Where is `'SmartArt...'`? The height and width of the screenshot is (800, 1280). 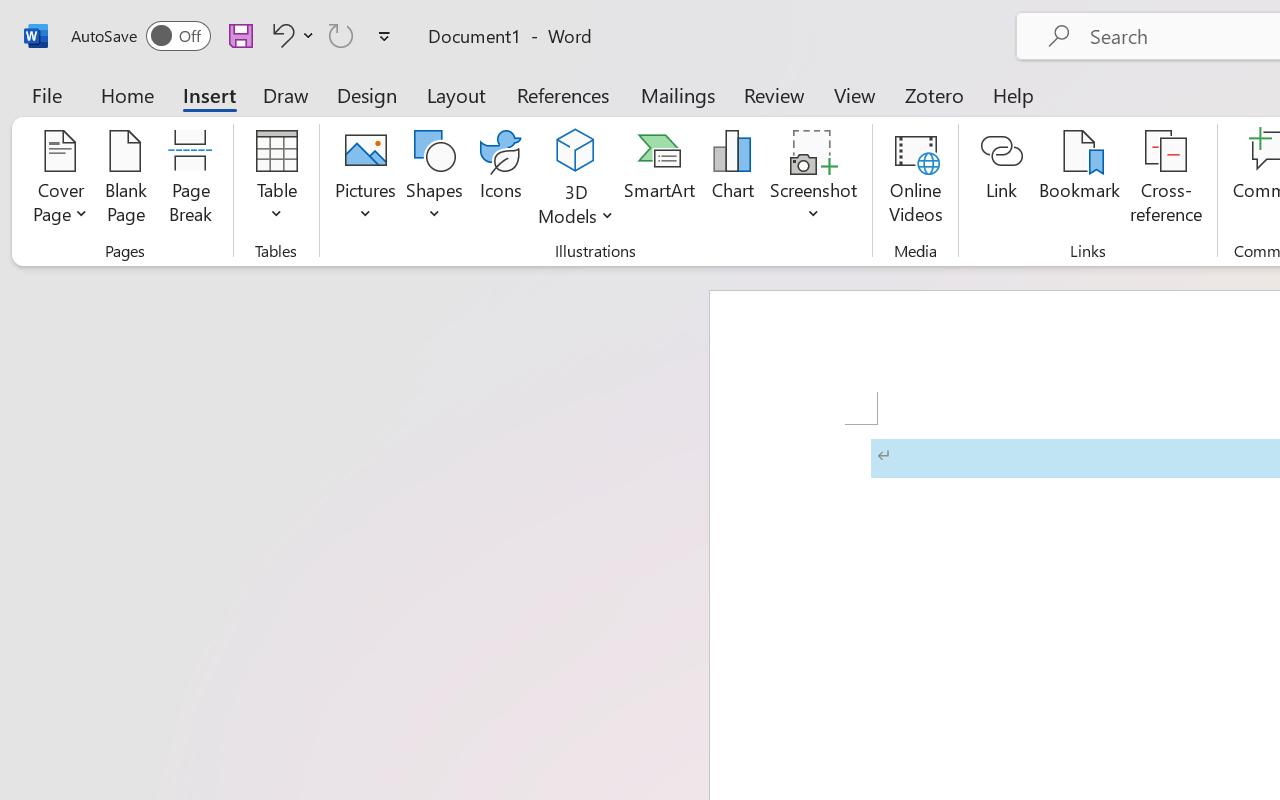
'SmartArt...' is located at coordinates (659, 179).